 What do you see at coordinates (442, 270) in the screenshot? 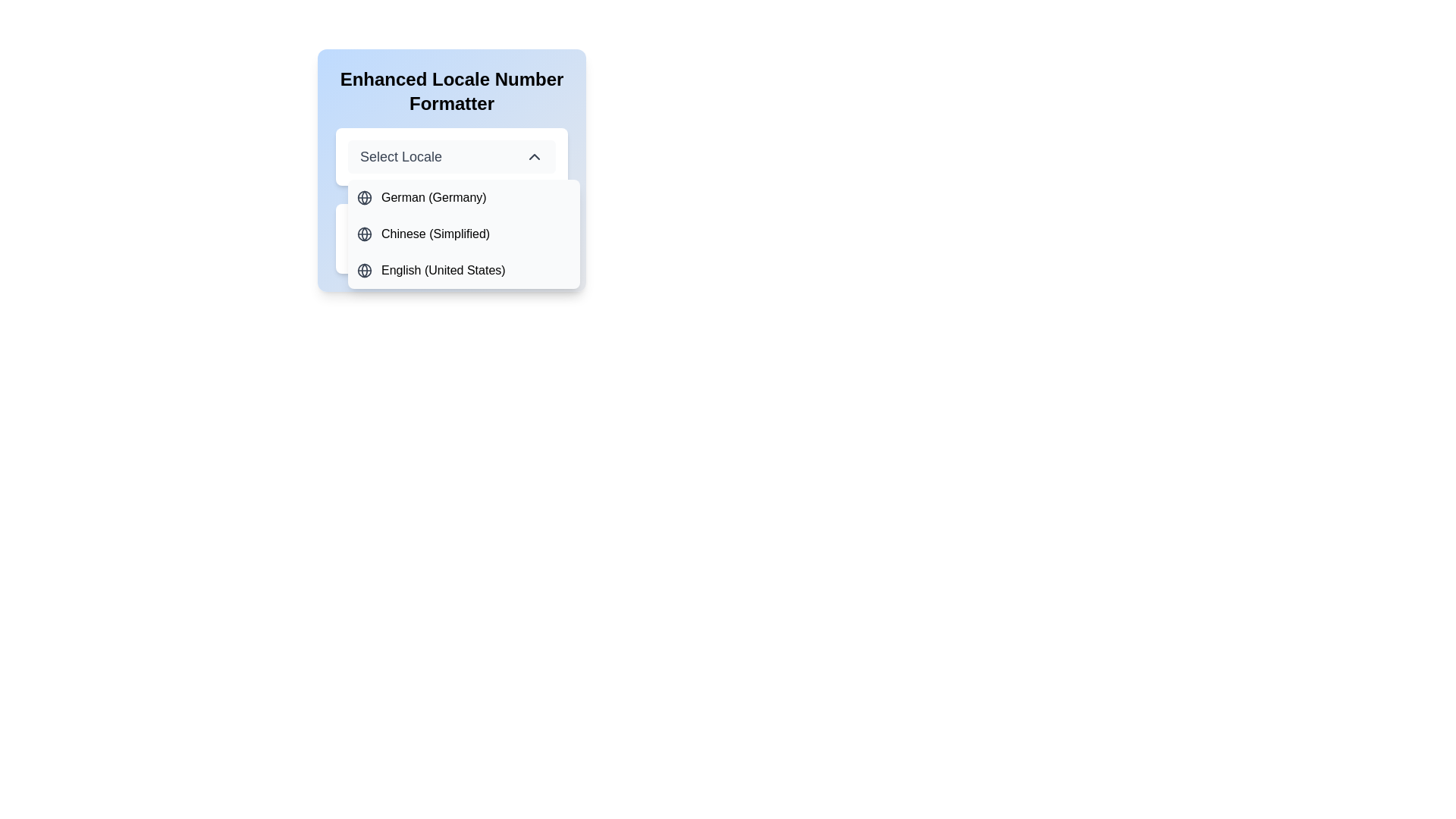
I see `the text display element showing 'English (United States)', which is the third option in the dropdown under 'Select Locale'` at bounding box center [442, 270].